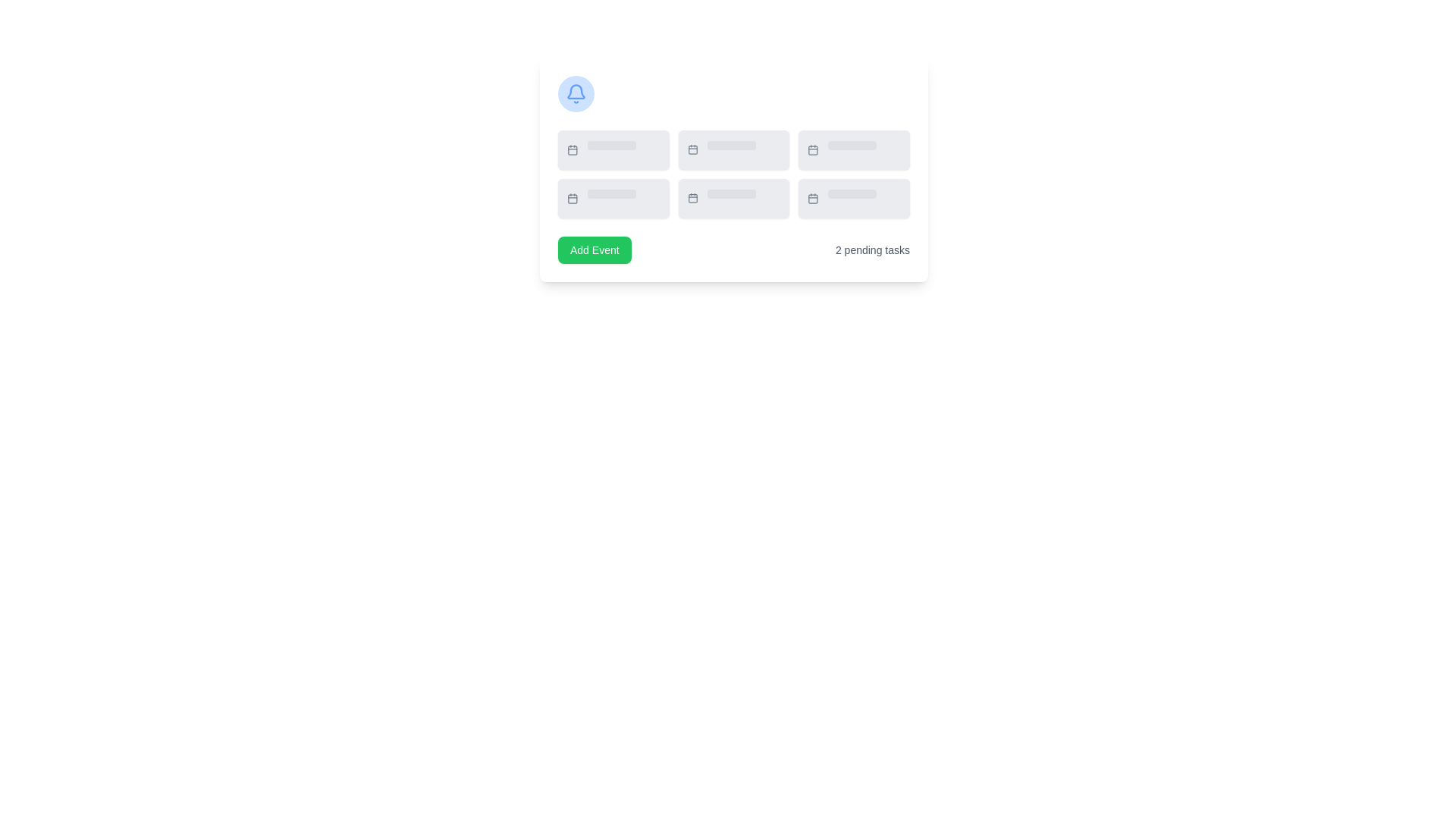 Image resolution: width=1456 pixels, height=819 pixels. Describe the element at coordinates (854, 149) in the screenshot. I see `the sixth placeholder component in the grid, located in the top-right corner, indicating a loading or empty state` at that location.